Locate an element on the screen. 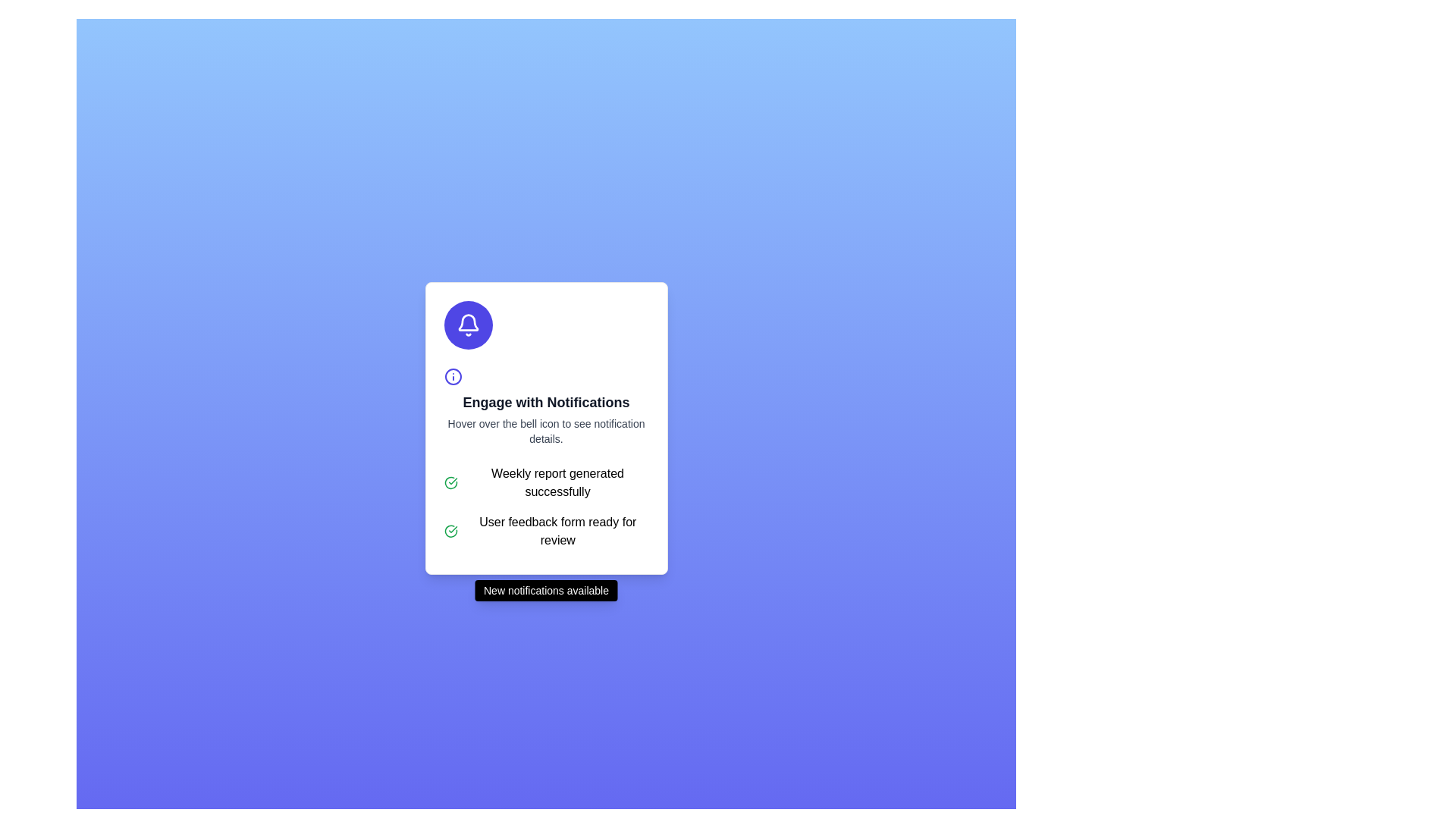  the informational icon located in the center of the card, directly above the title 'Engage with Notifications' is located at coordinates (452, 376).